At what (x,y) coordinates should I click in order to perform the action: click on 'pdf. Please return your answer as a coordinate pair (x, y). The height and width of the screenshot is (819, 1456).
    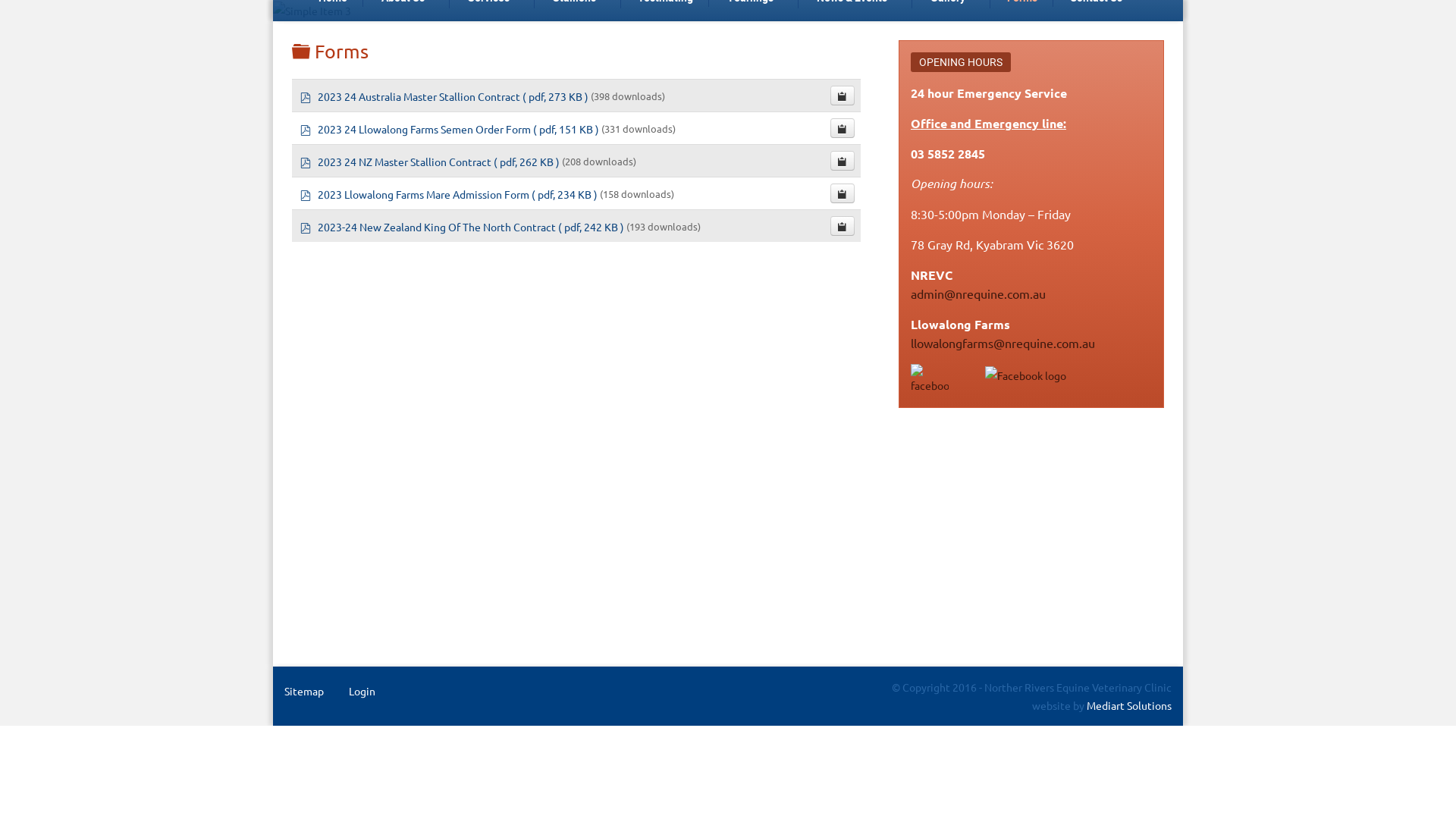
    Looking at the image, I should click on (430, 160).